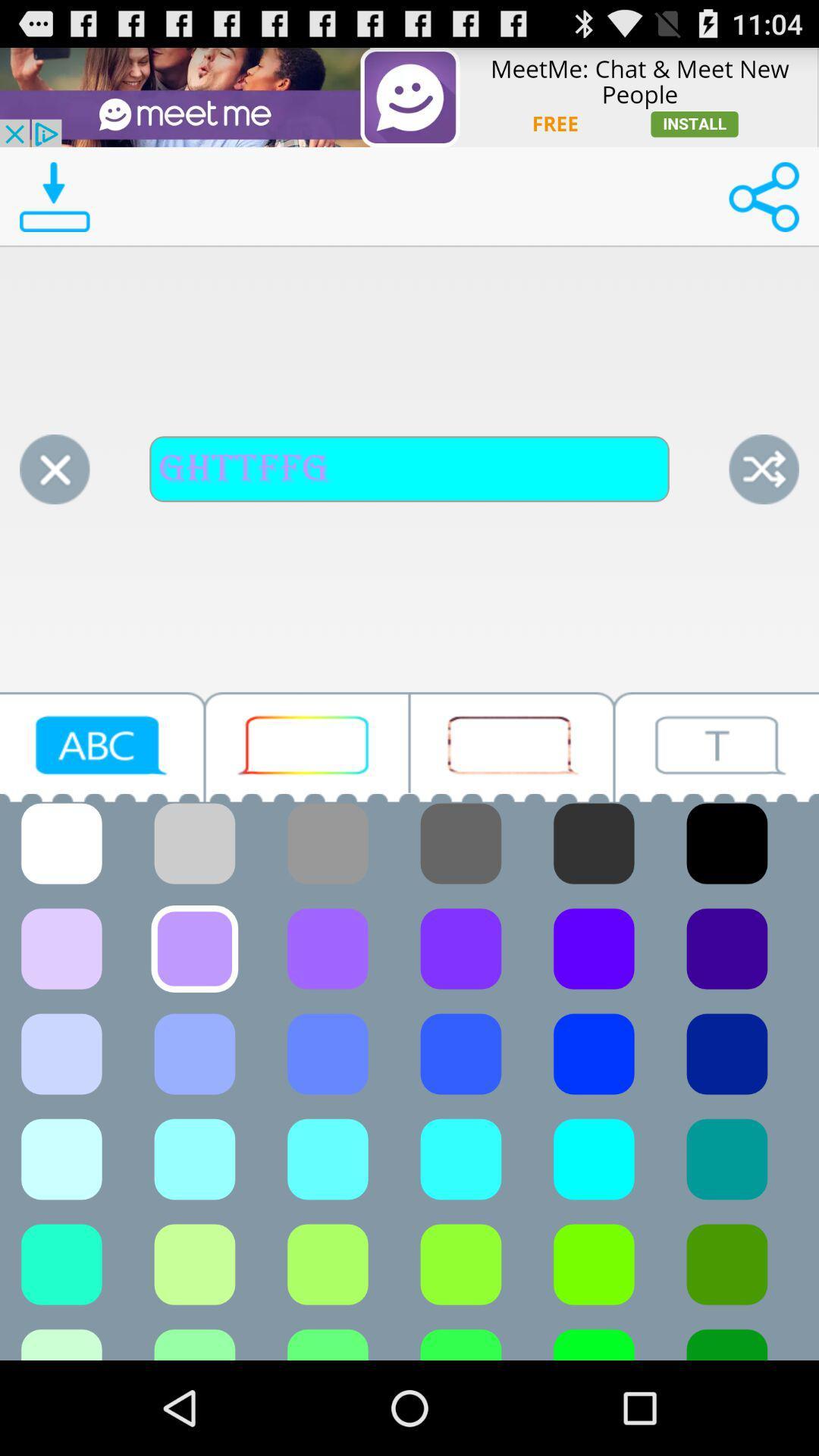 This screenshot has height=1456, width=819. What do you see at coordinates (512, 747) in the screenshot?
I see `advertisement` at bounding box center [512, 747].